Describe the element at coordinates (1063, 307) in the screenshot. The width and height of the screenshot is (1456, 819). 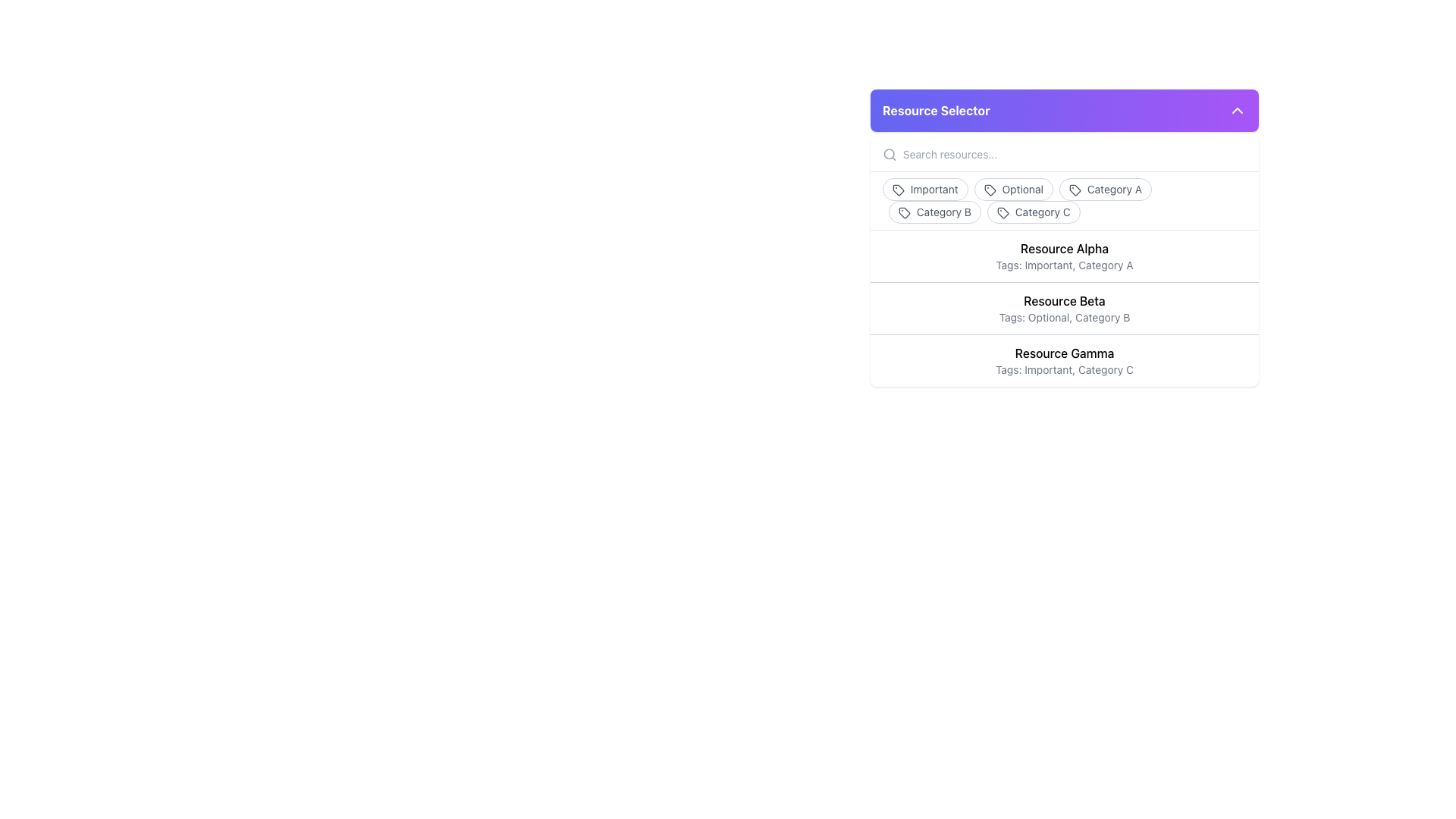
I see `the second List Item titled 'Resource Beta' in the dropdown 'Resource Selector'` at that location.